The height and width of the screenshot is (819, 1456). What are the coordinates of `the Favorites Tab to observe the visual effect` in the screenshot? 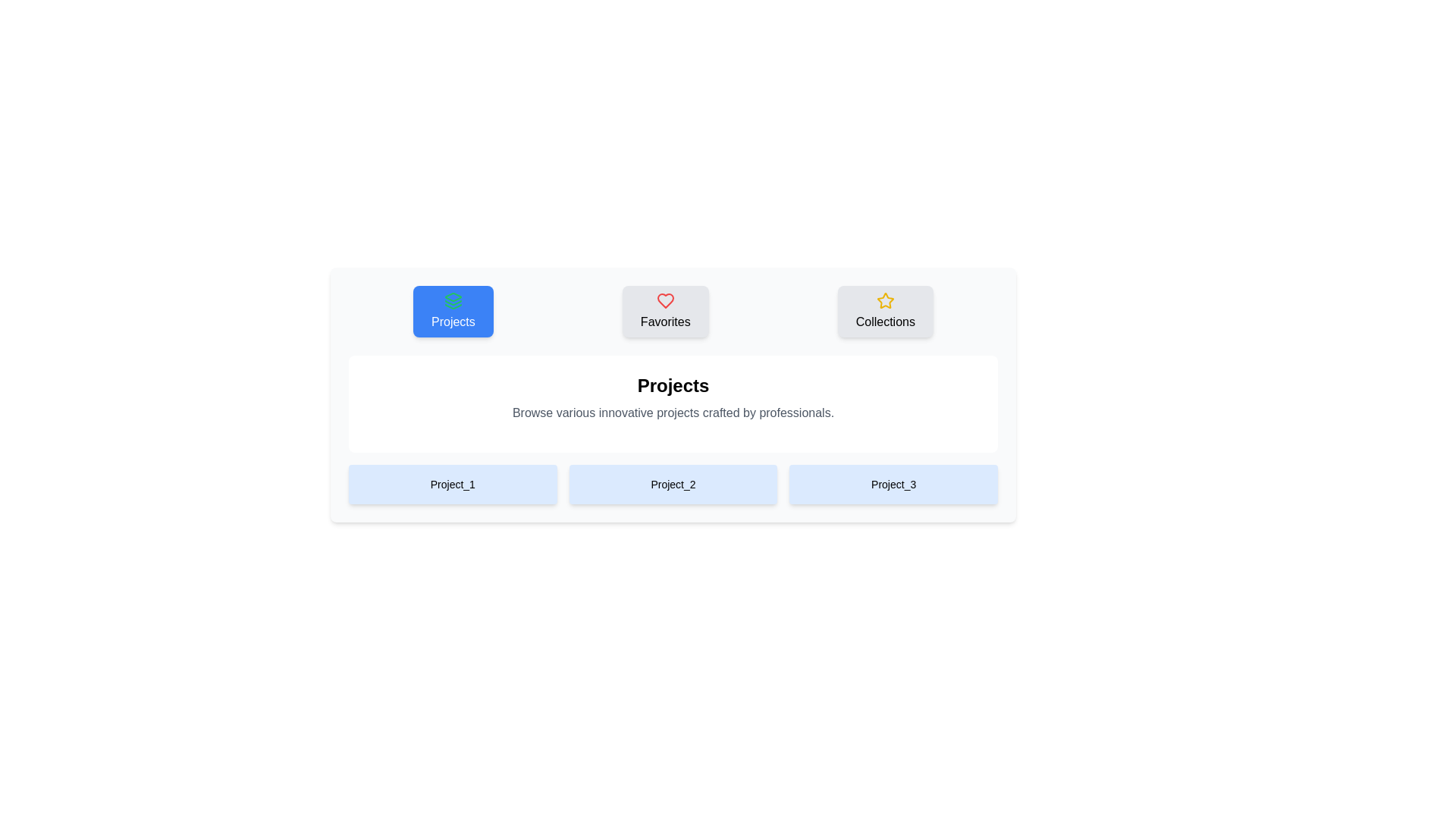 It's located at (665, 311).